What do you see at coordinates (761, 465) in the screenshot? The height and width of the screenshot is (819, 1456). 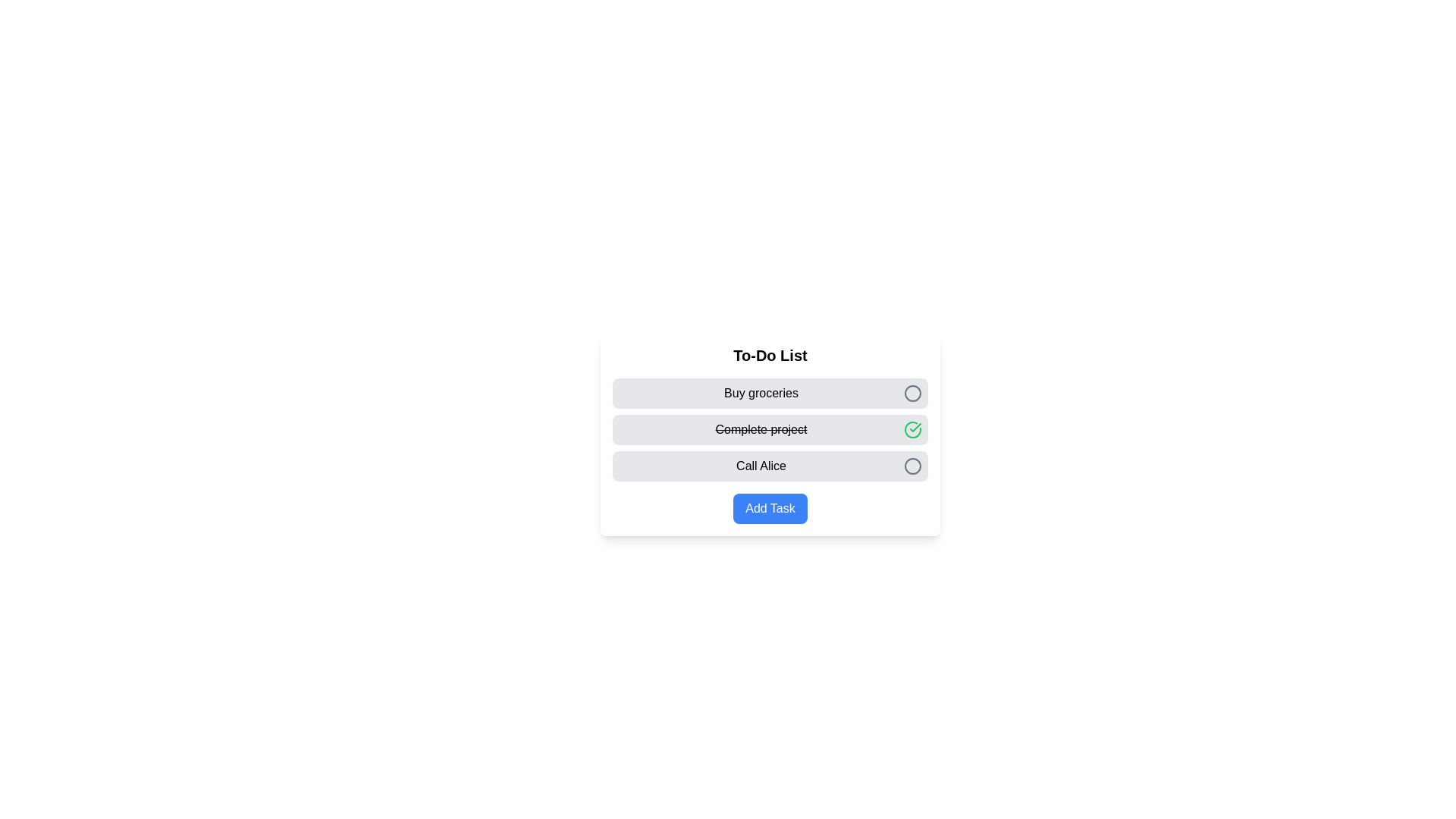 I see `the 'Call Alice' text label in the task list, which is the third item in the 'To-Do List' interface, styled with a simple font and subtle gray background` at bounding box center [761, 465].